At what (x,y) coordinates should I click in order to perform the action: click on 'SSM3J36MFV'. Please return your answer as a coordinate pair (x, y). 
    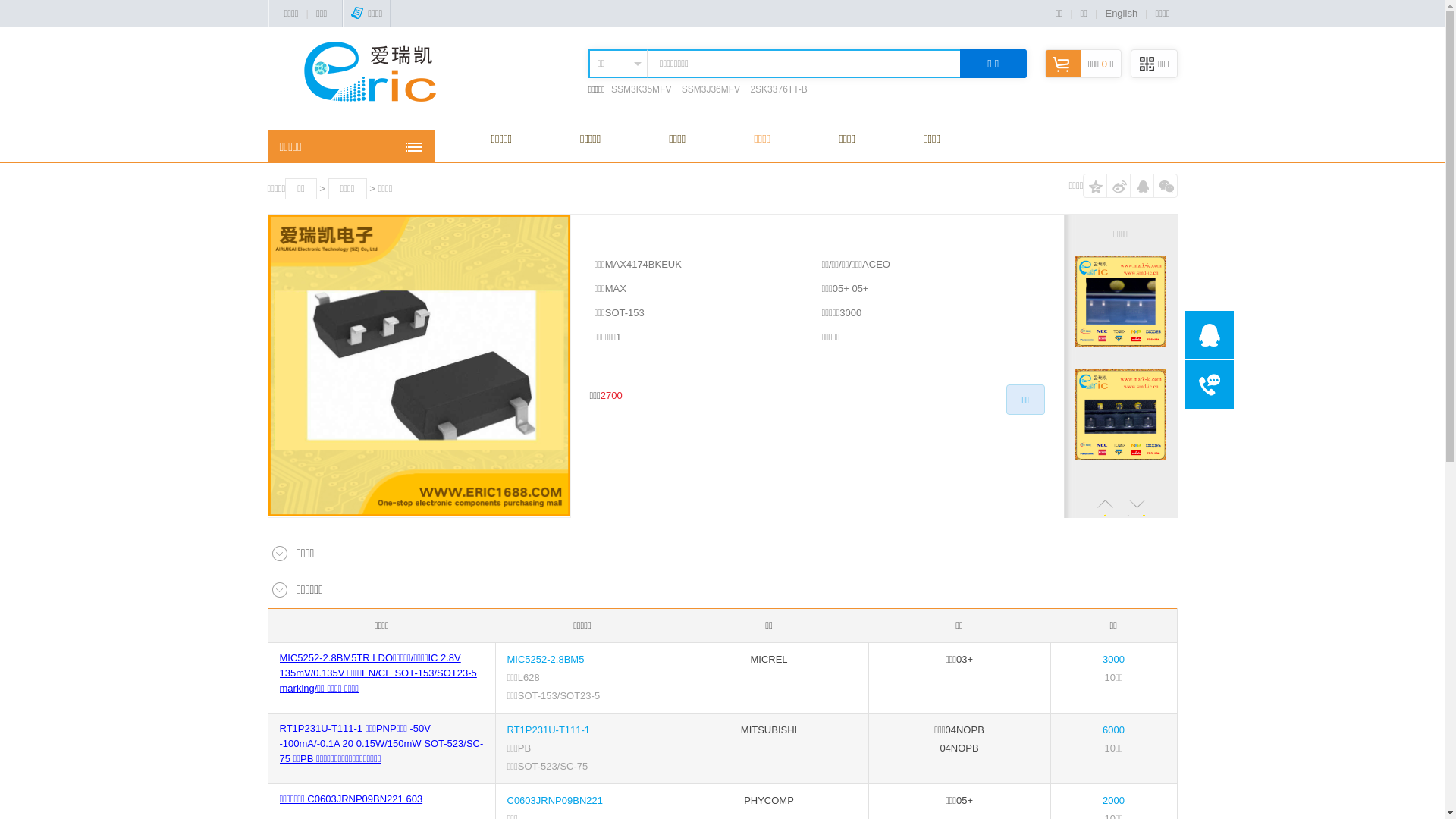
    Looking at the image, I should click on (710, 89).